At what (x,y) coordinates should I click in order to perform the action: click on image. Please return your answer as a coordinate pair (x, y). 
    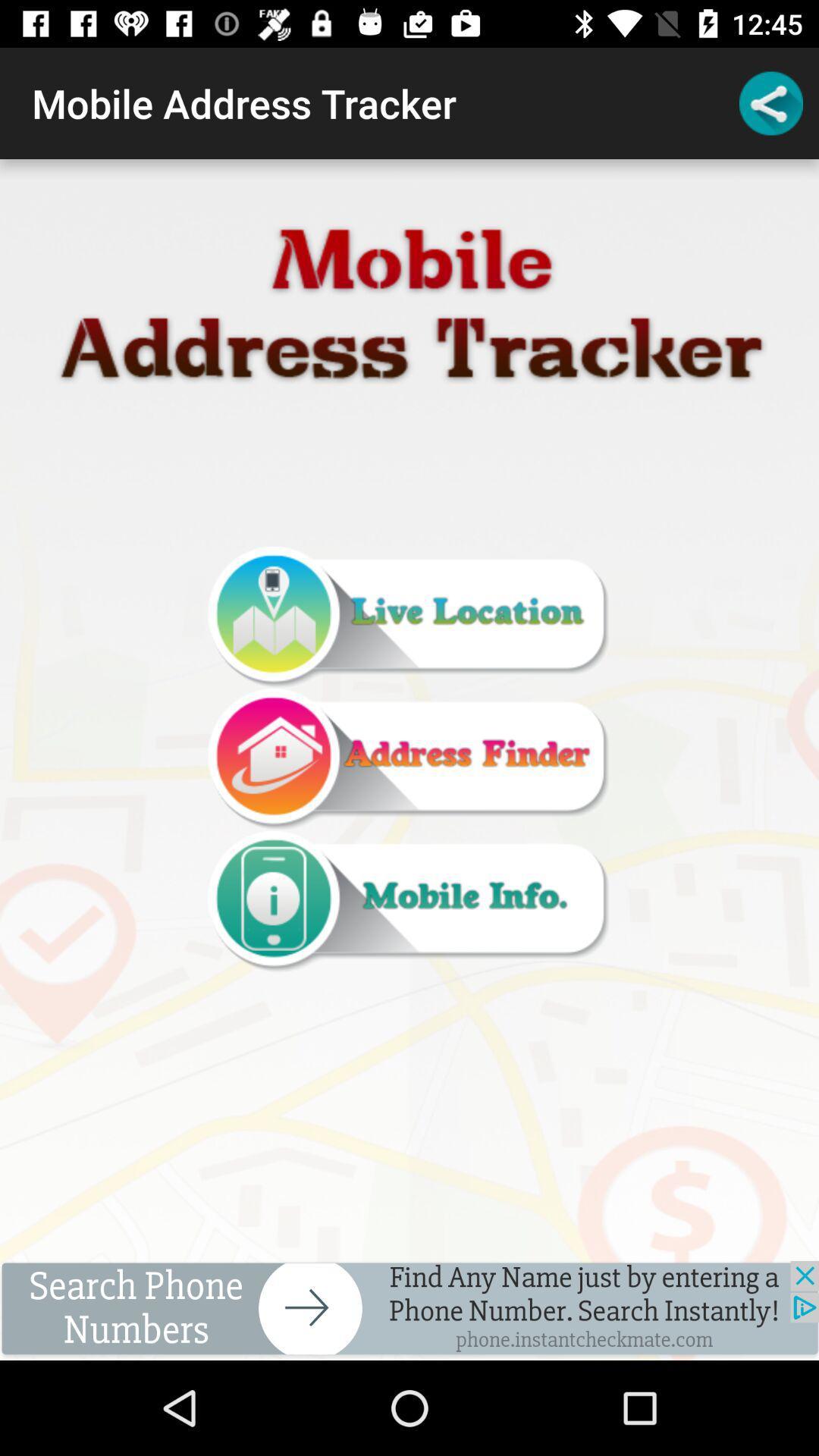
    Looking at the image, I should click on (408, 760).